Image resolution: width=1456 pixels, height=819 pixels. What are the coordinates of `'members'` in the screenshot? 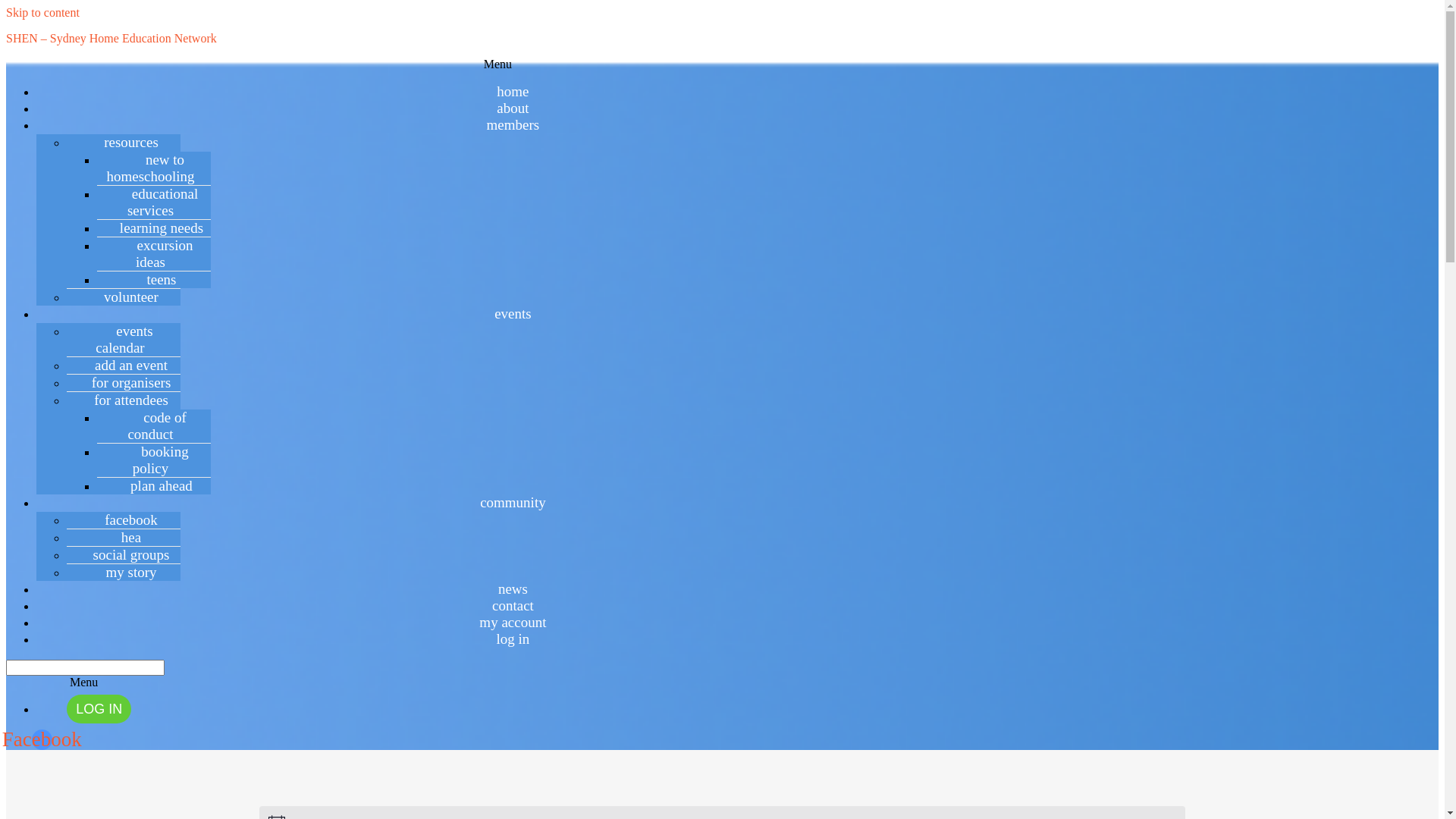 It's located at (513, 124).